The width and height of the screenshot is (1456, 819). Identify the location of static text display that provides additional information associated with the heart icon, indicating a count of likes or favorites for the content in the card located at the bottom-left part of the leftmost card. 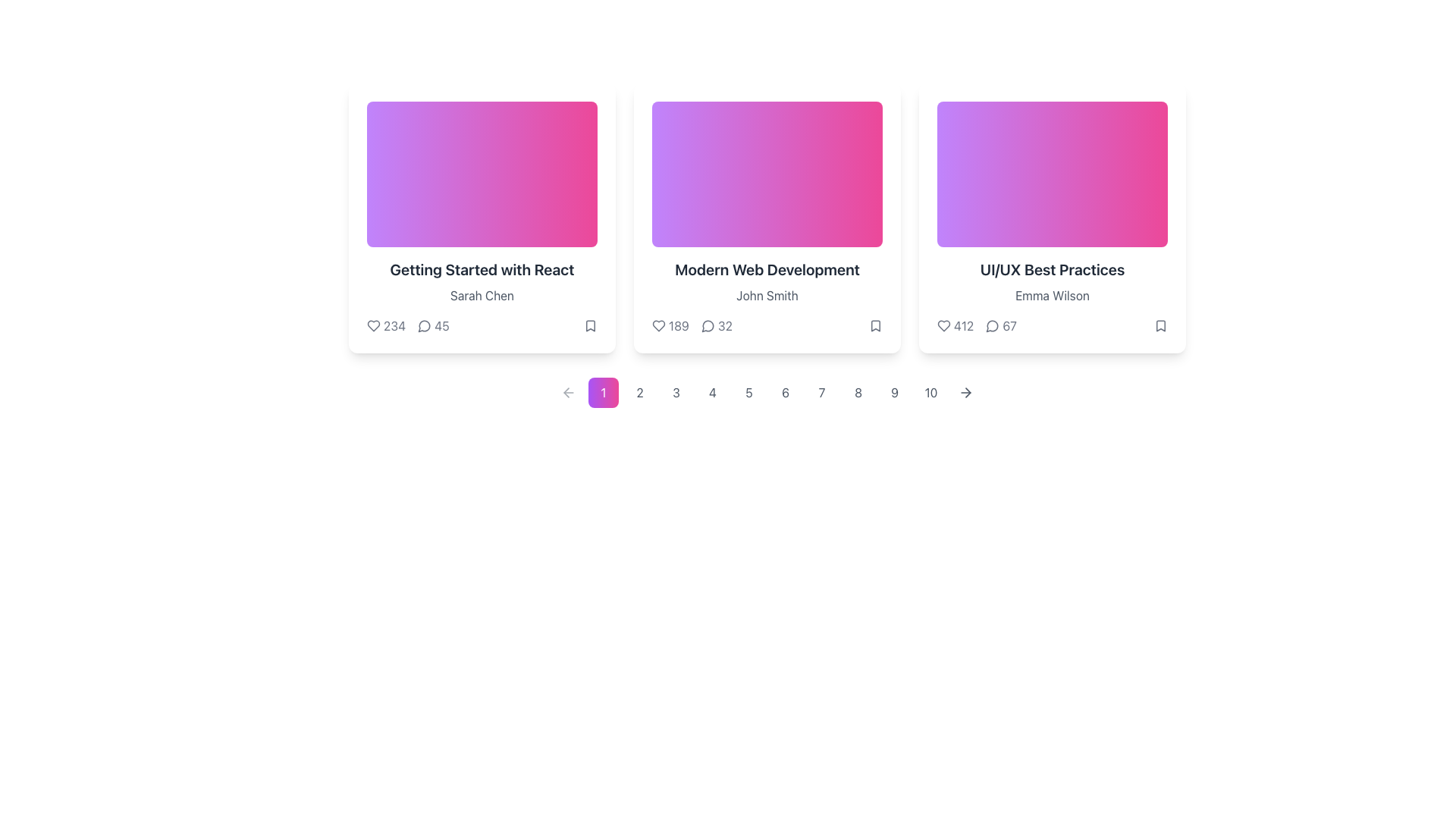
(394, 325).